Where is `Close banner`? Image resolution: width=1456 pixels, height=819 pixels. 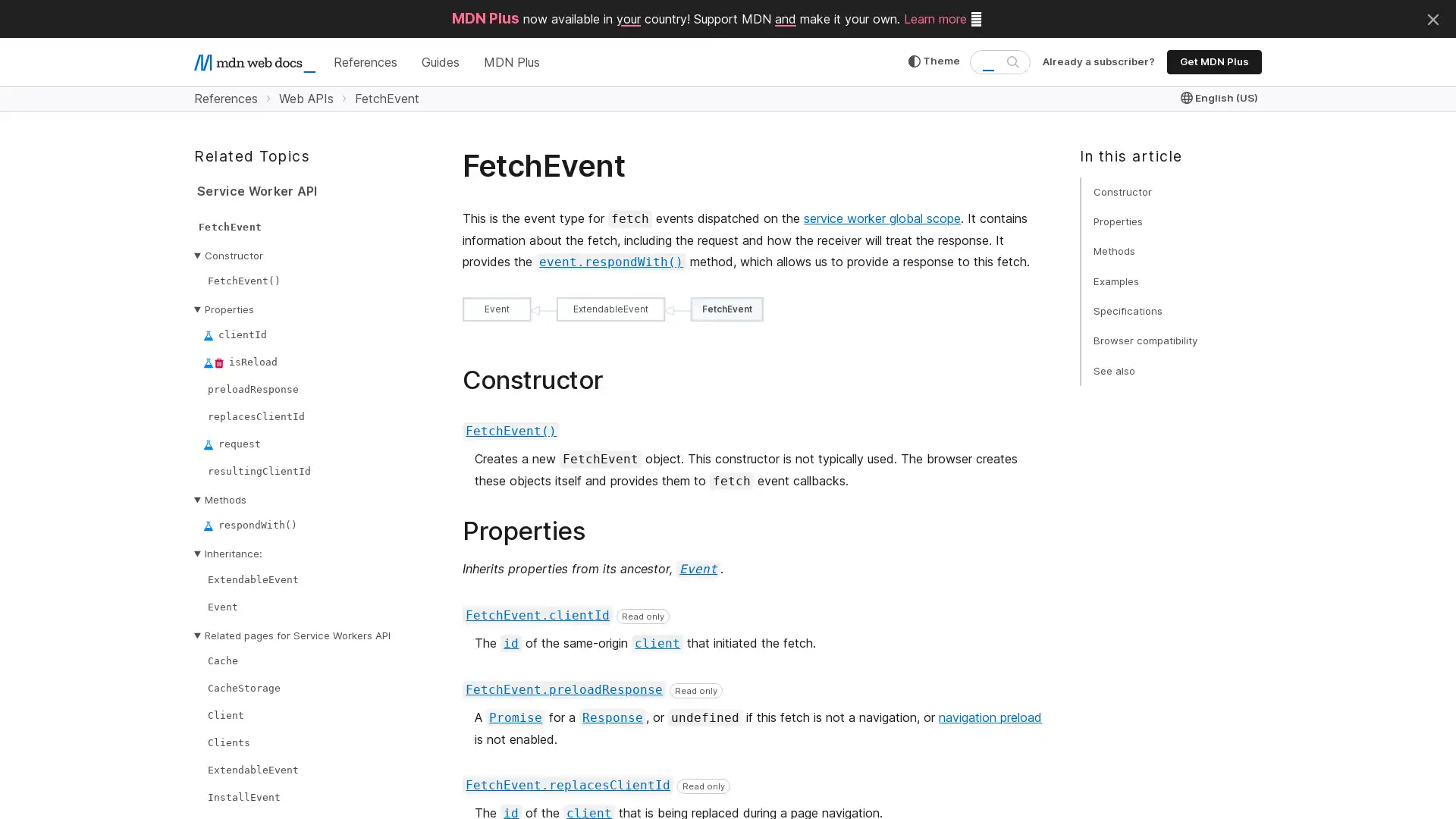
Close banner is located at coordinates (1432, 17).